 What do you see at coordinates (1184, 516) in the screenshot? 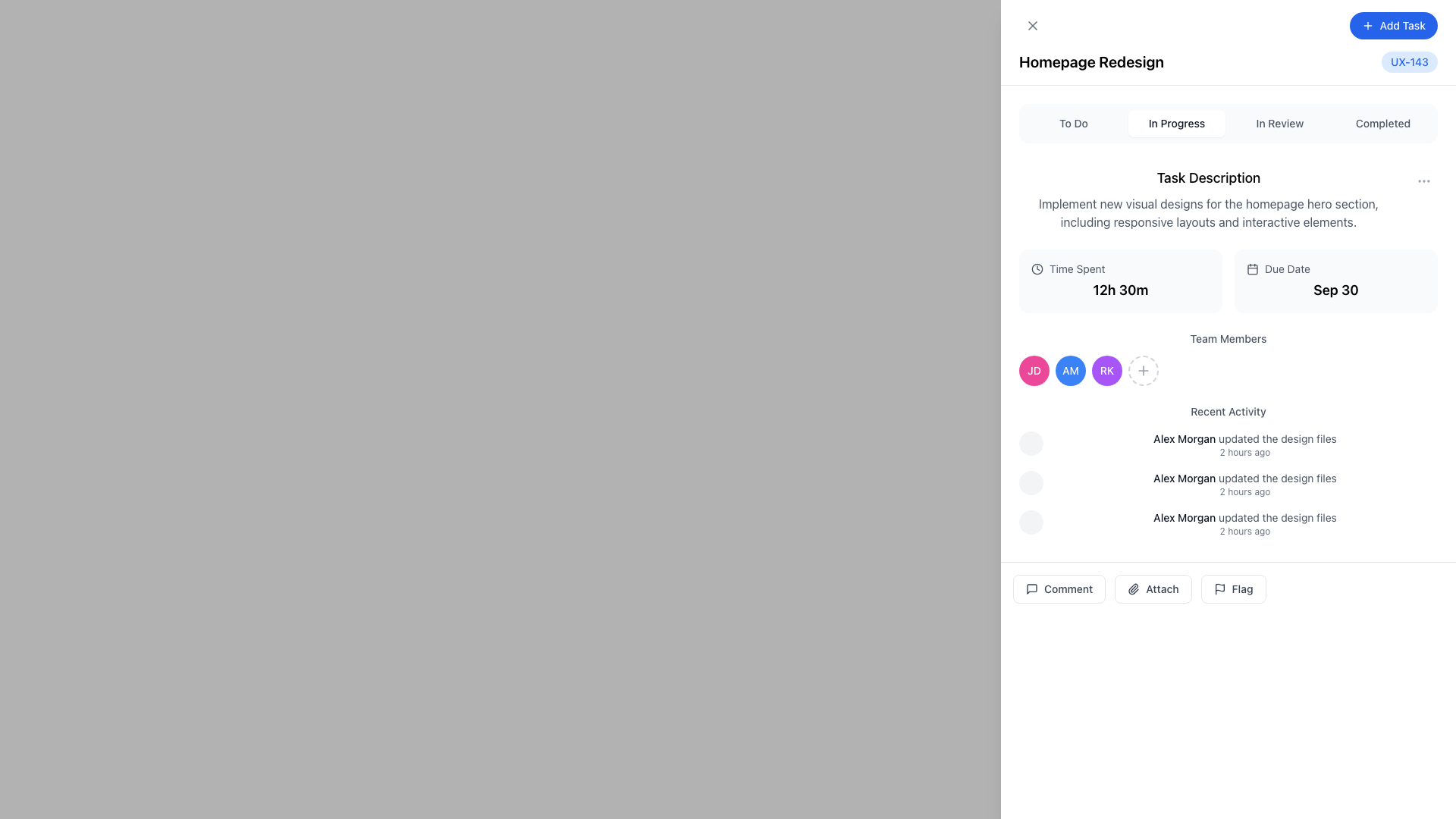
I see `the text label displaying 'Alex Morgan' in bold gray, located in the 'Recent Activity' section, as part of the entry stating 'Alex Morgan updated the design files'` at bounding box center [1184, 516].